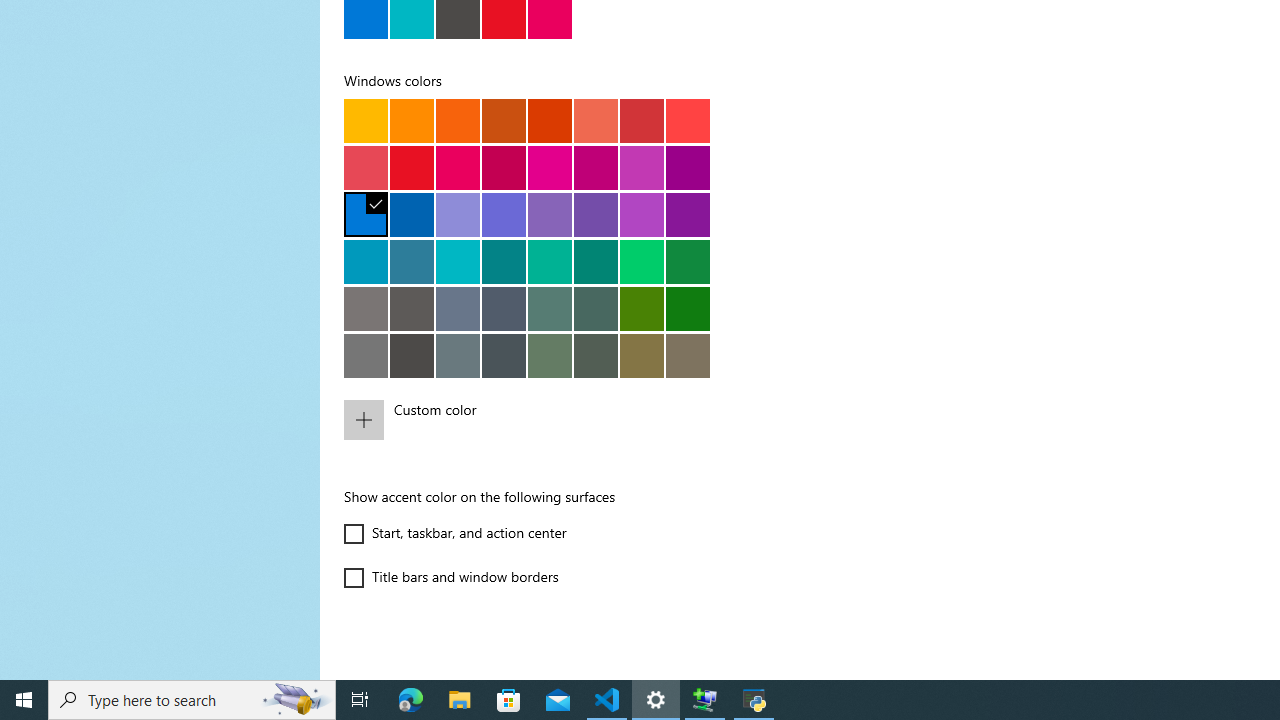  I want to click on 'Gold', so click(411, 120).